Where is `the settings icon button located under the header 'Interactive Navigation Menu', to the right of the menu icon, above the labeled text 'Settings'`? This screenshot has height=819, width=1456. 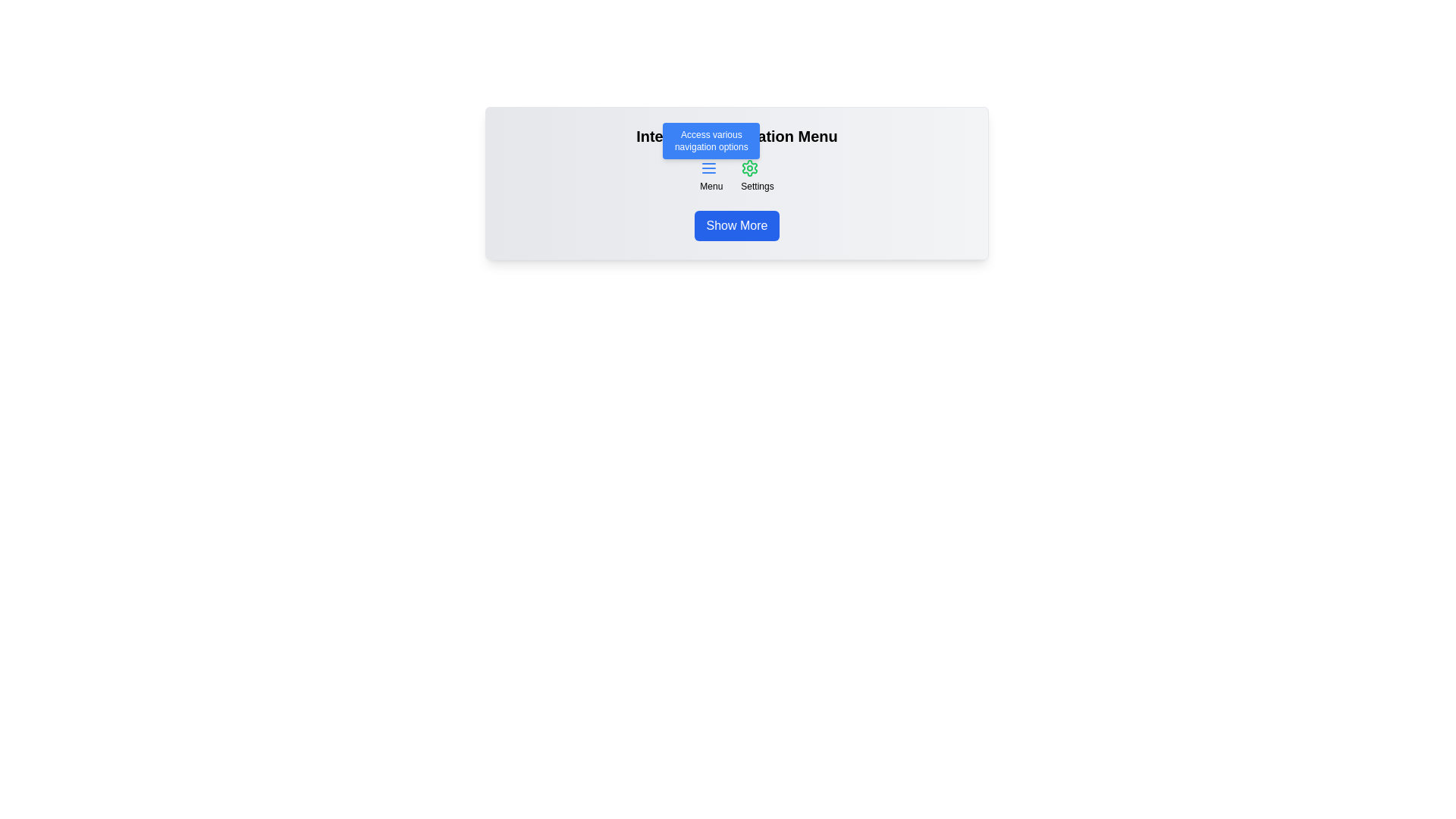 the settings icon button located under the header 'Interactive Navigation Menu', to the right of the menu icon, above the labeled text 'Settings' is located at coordinates (749, 168).